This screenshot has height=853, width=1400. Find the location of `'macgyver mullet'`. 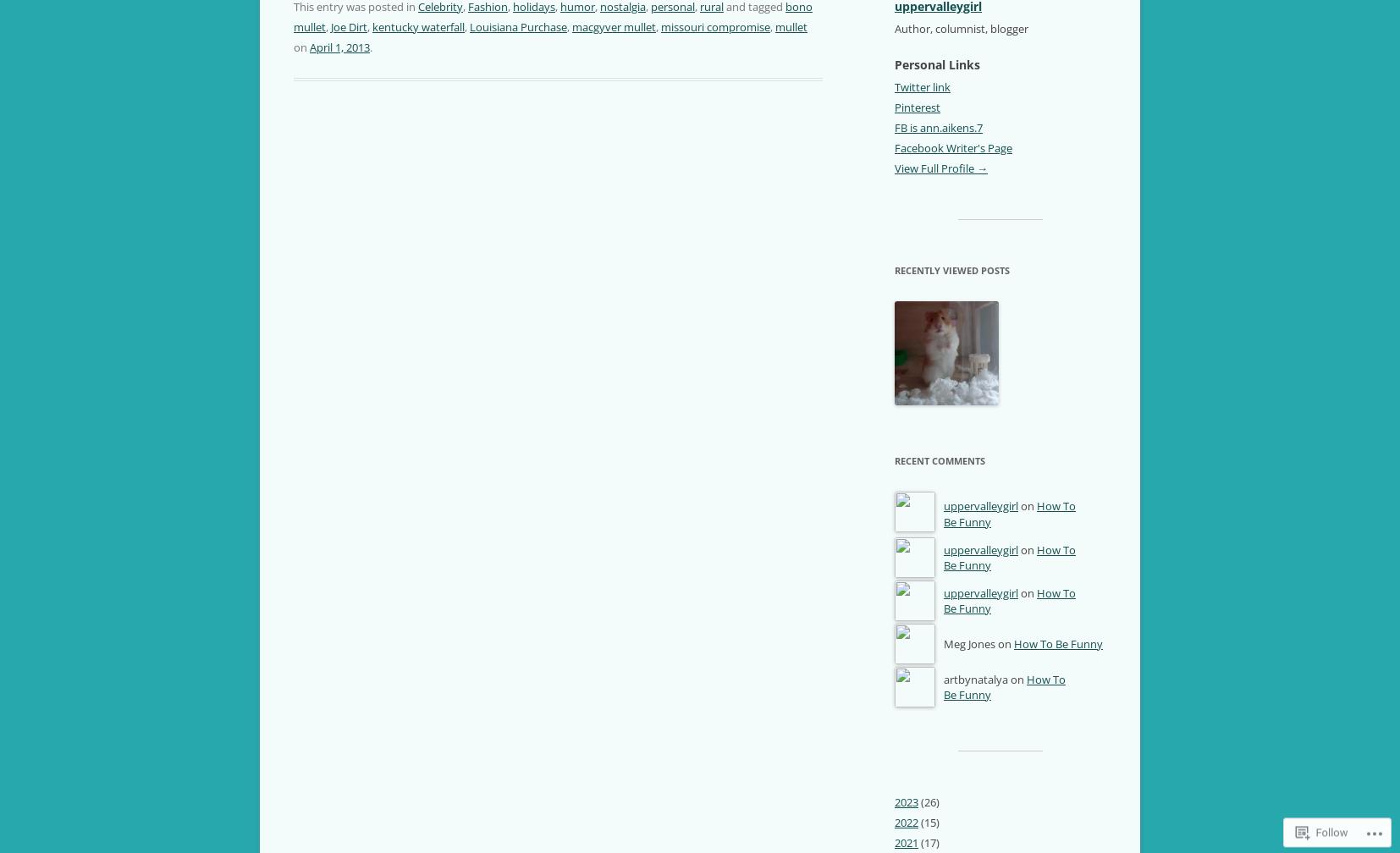

'macgyver mullet' is located at coordinates (614, 26).